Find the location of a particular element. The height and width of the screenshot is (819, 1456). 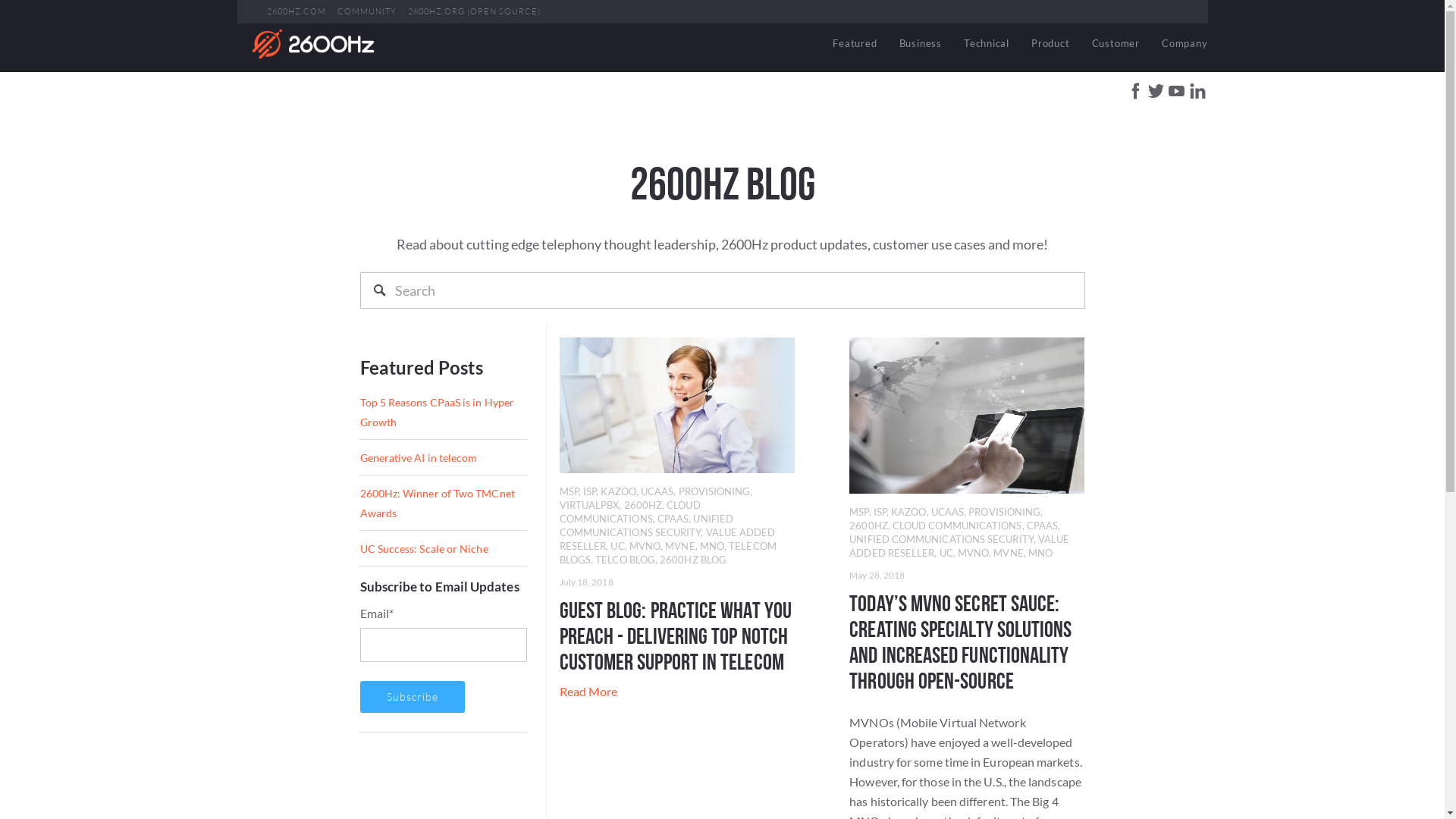

'UC' is located at coordinates (617, 546).